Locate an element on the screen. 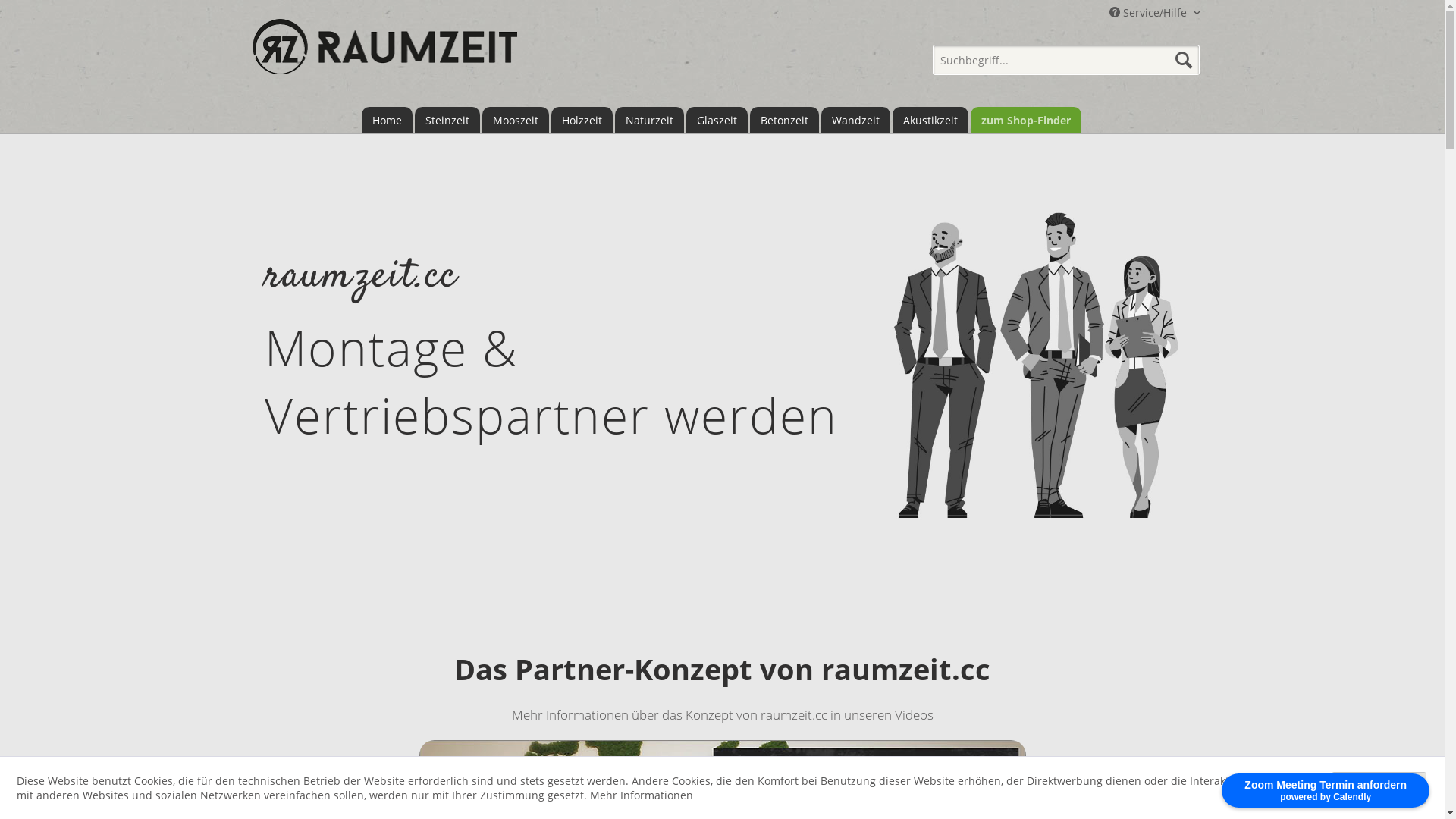 The width and height of the screenshot is (1456, 819). 'zum Shop-Finder' is located at coordinates (1026, 119).